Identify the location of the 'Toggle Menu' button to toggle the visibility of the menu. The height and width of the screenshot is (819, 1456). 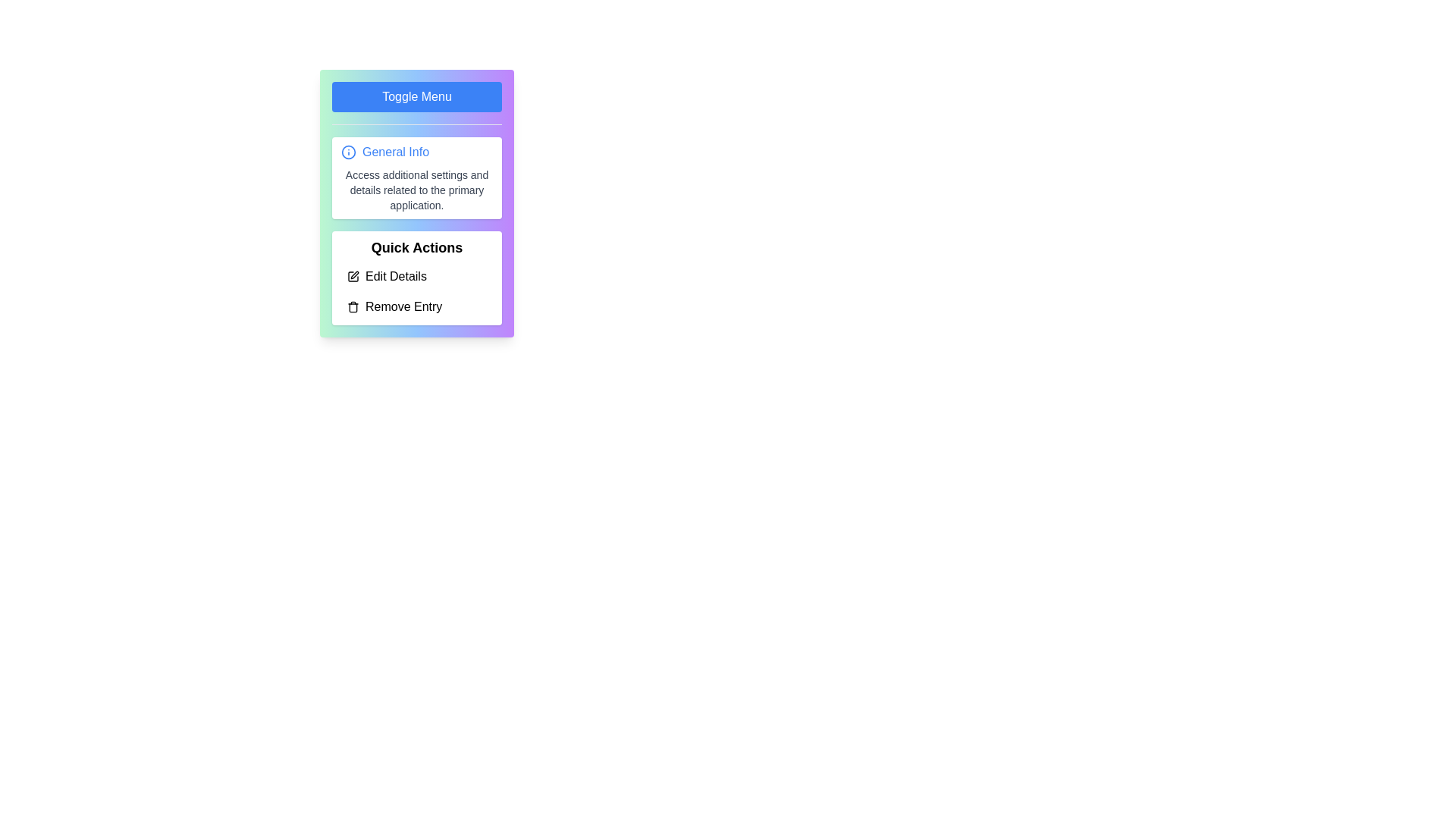
(417, 96).